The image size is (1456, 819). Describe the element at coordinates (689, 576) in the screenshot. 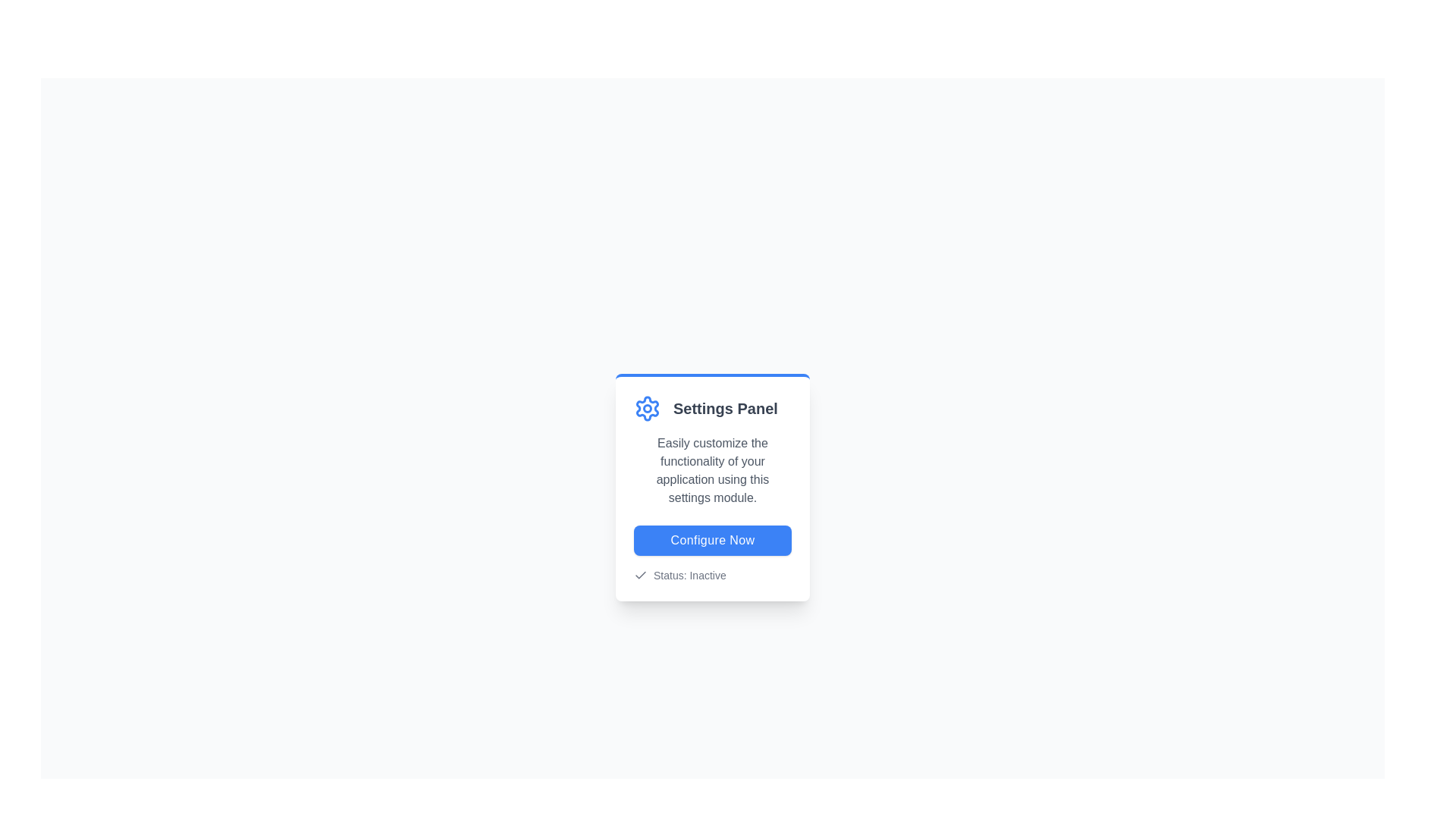

I see `the text label that reads 'Status: Inactive', which is positioned below the 'Configure Now' button and adjacent to a checkmark icon in the settings interface` at that location.